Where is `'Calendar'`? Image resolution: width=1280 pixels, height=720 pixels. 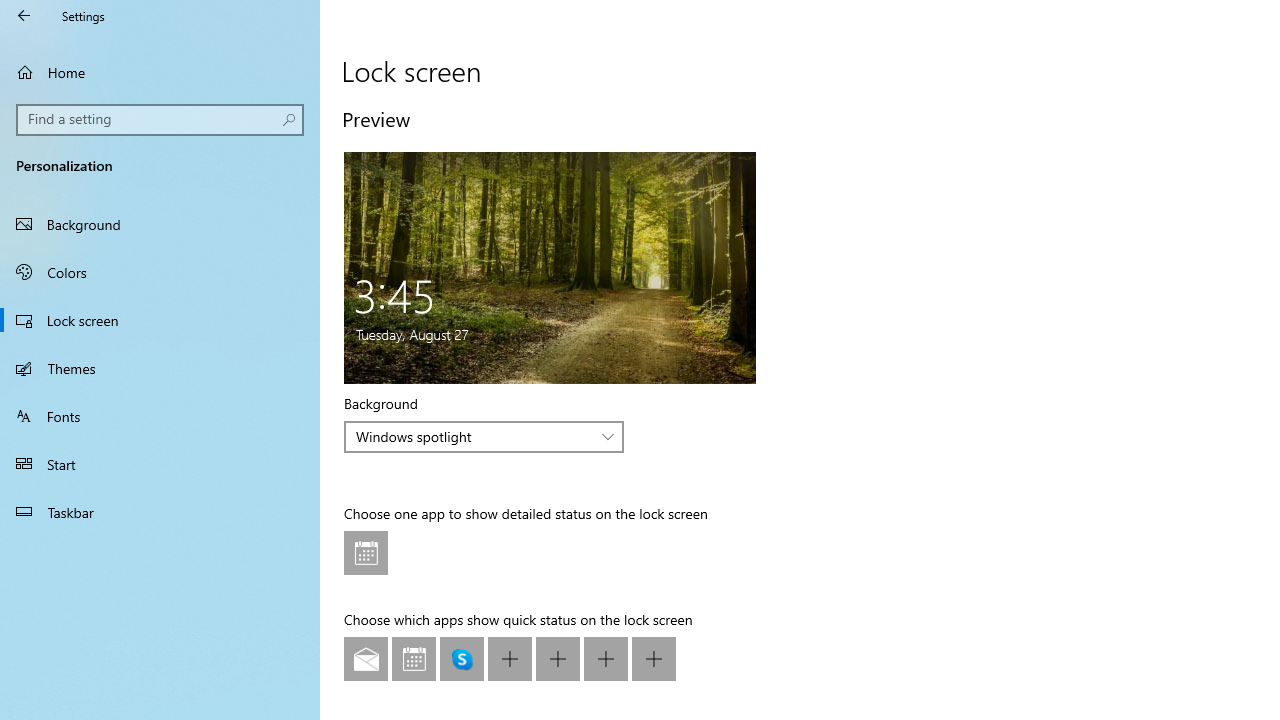 'Calendar' is located at coordinates (413, 659).